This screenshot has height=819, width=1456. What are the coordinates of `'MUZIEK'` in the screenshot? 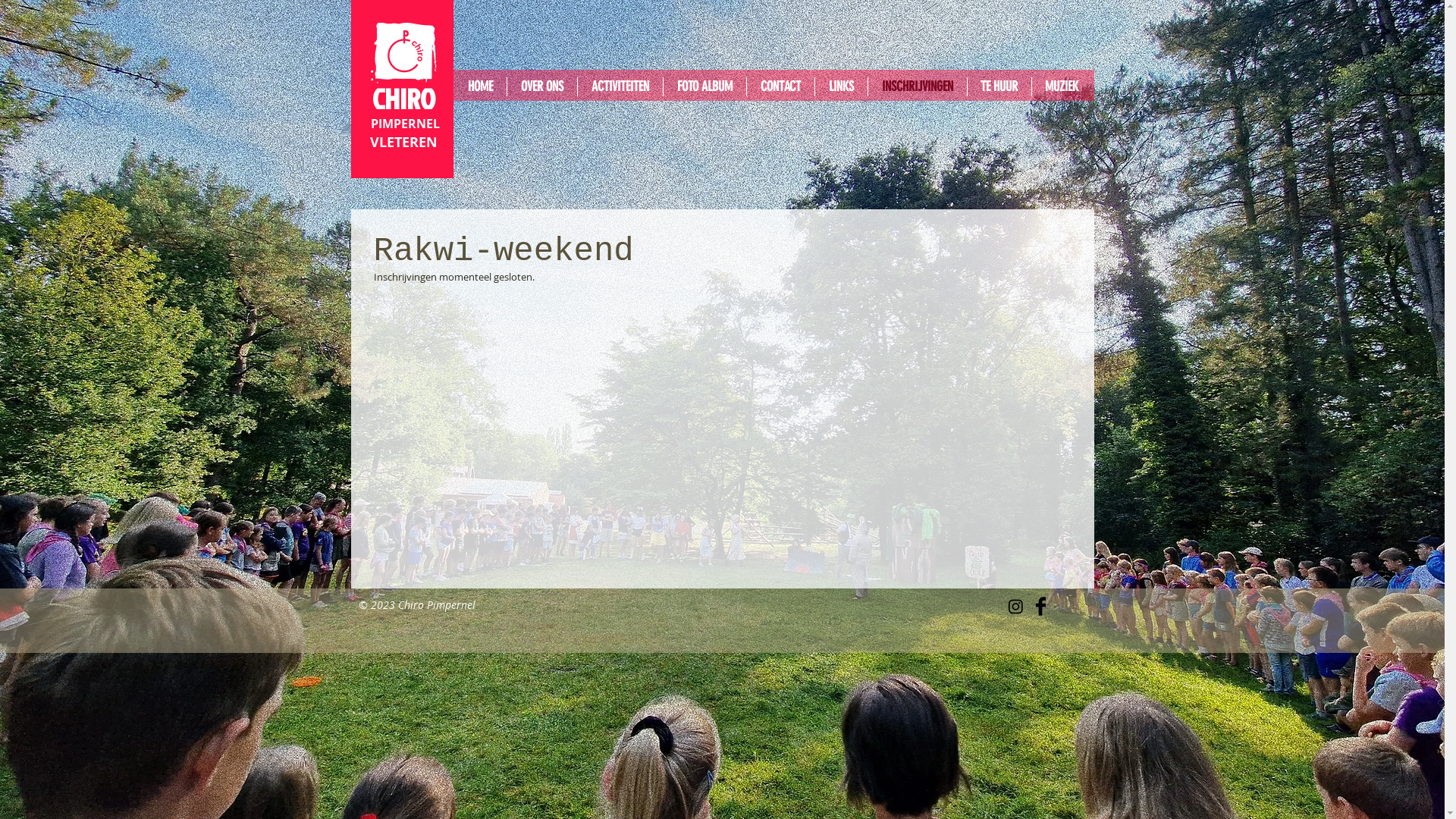 It's located at (1031, 86).